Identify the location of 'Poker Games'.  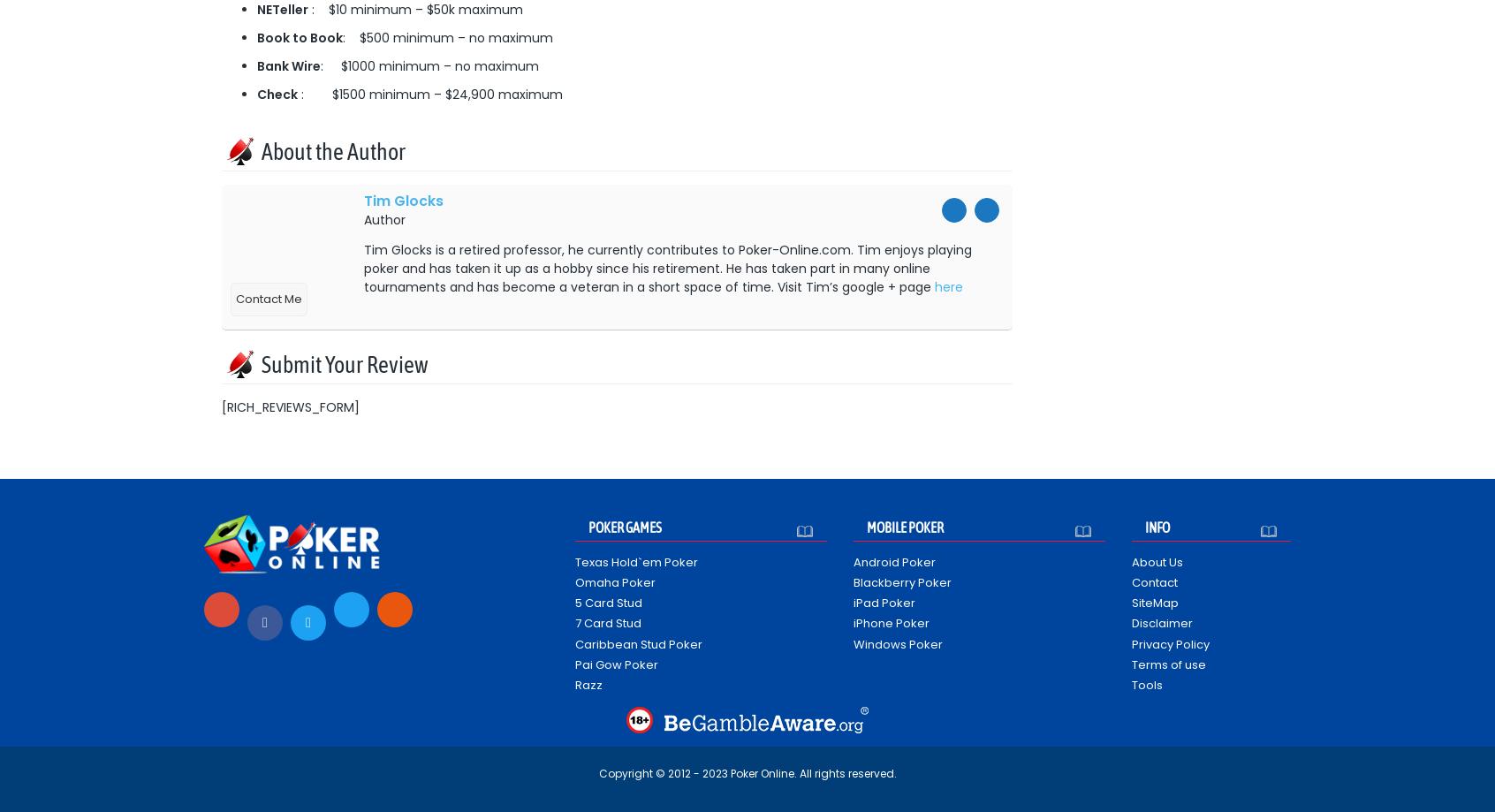
(624, 526).